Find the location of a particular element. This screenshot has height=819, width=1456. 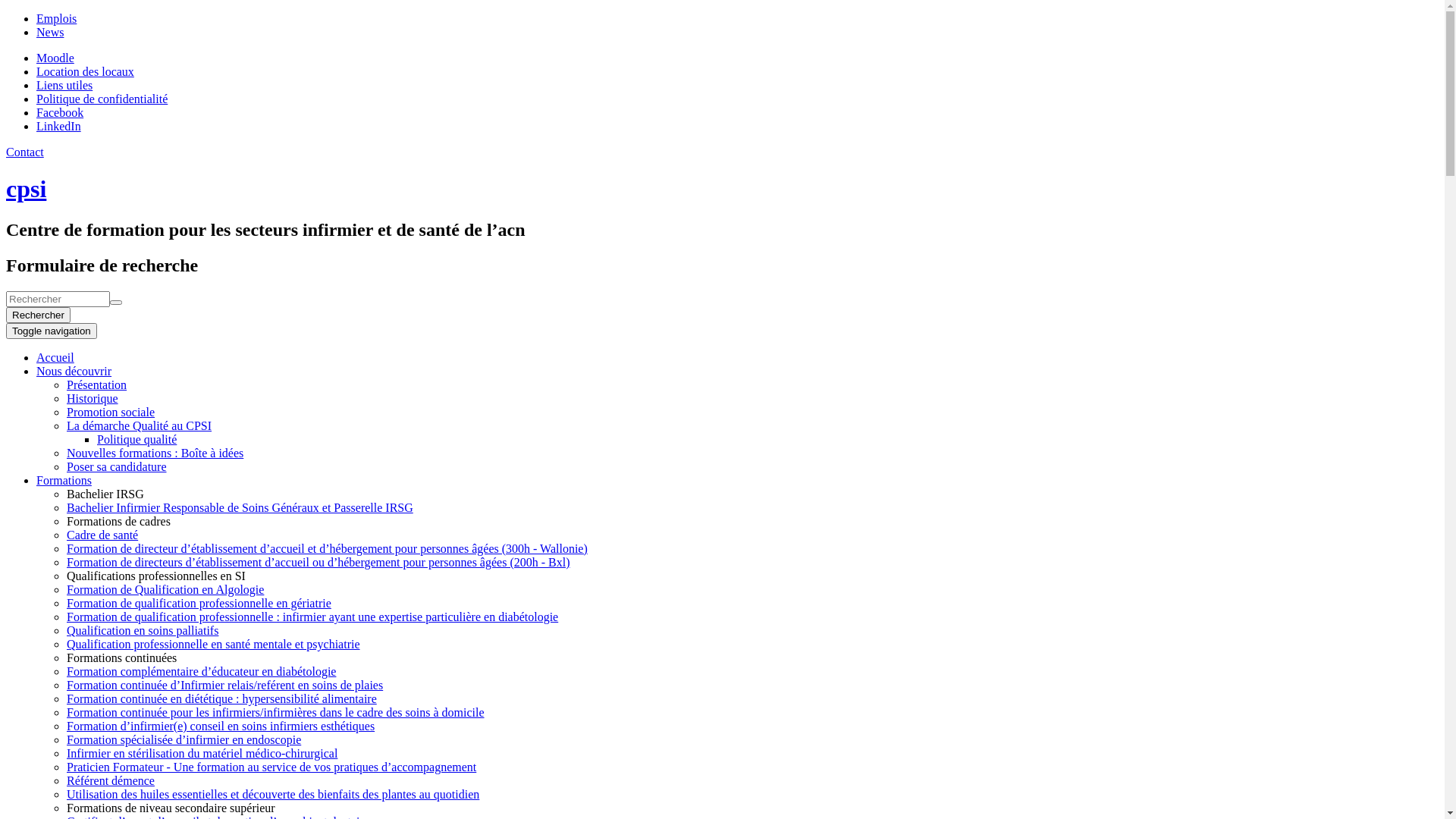

'Facebook' is located at coordinates (59, 111).